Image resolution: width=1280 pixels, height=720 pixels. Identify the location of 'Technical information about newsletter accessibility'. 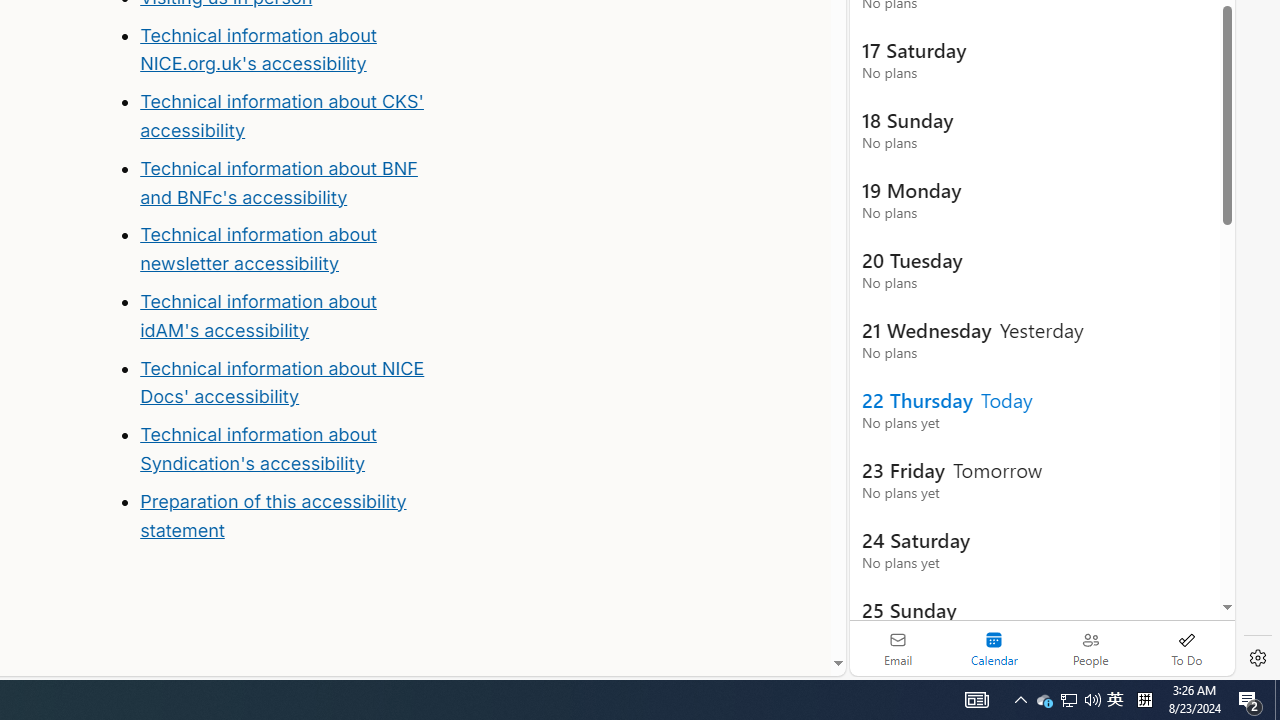
(257, 248).